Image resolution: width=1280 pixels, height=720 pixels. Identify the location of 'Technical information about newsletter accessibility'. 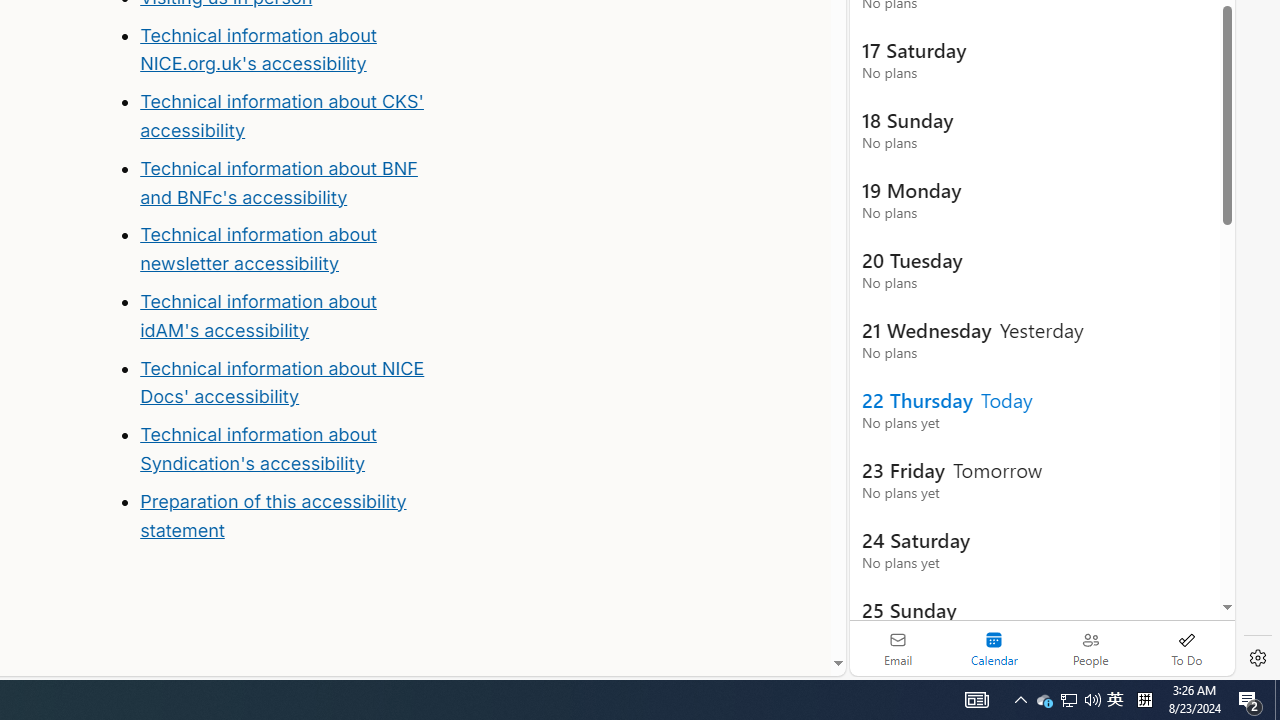
(257, 248).